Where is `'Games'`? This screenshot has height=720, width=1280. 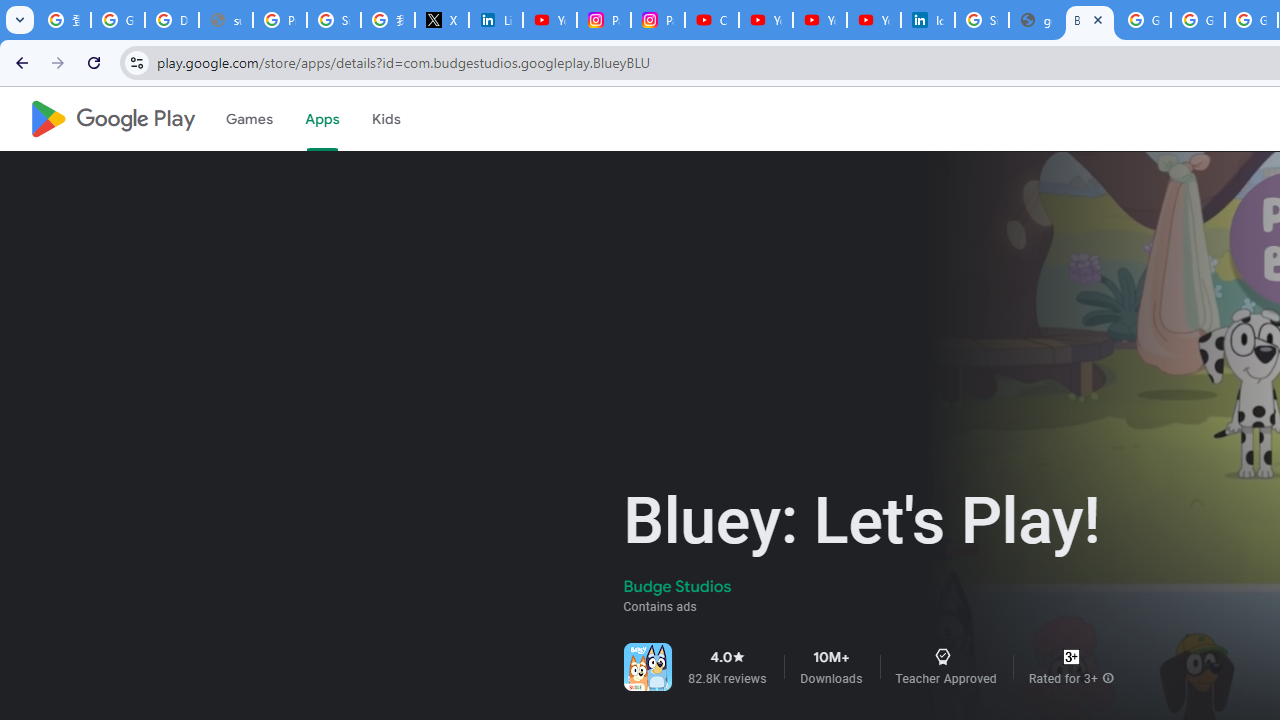 'Games' is located at coordinates (247, 119).